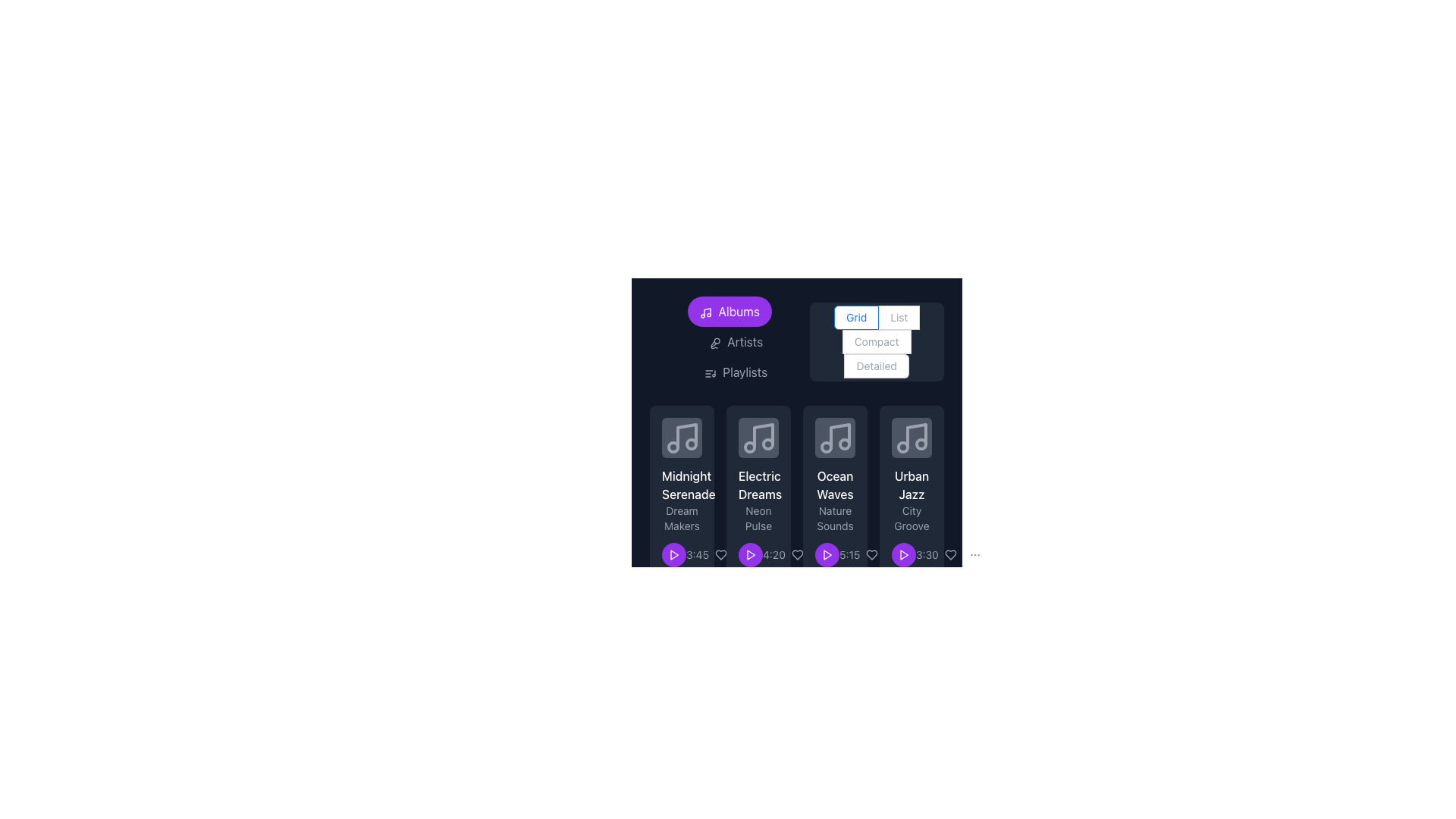 This screenshot has width=1456, height=819. What do you see at coordinates (834, 438) in the screenshot?
I see `the gray musical note icon located in the 'Ocean Waves' card, which is the third card in a row of four music album cards` at bounding box center [834, 438].